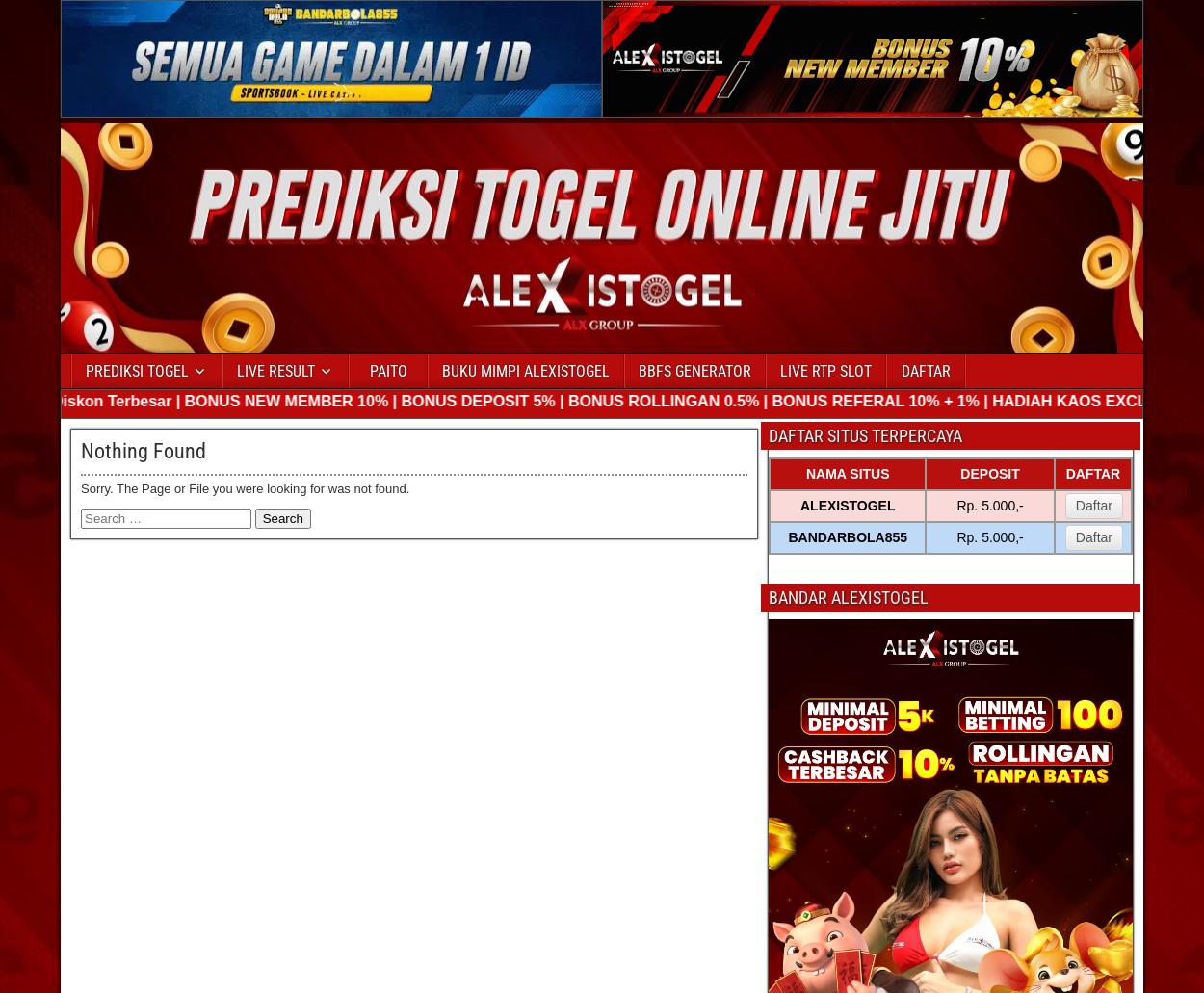 This screenshot has height=993, width=1204. I want to click on 'BUKU MIMPI ALEXISTOGEL', so click(526, 369).